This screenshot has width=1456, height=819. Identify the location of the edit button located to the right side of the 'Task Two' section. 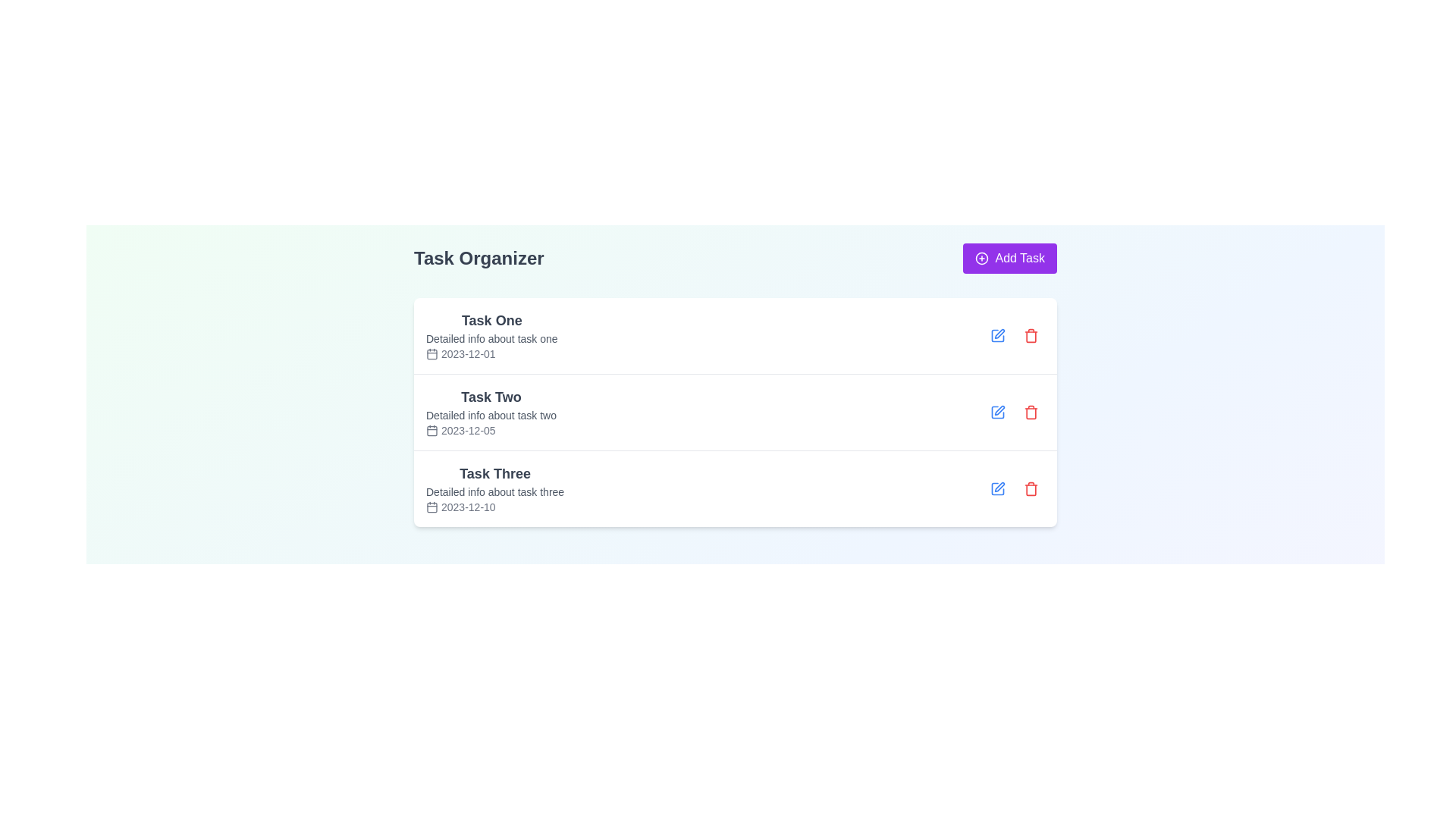
(997, 412).